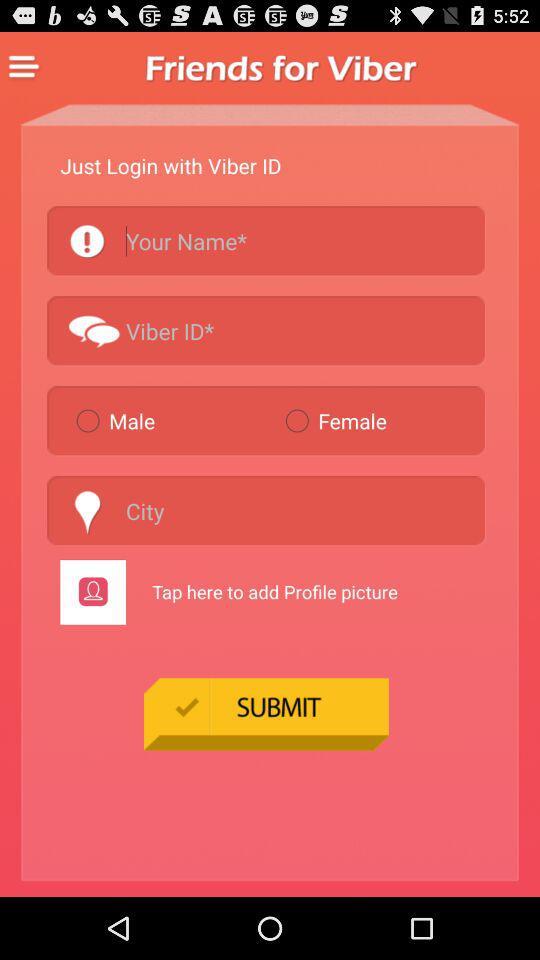 Image resolution: width=540 pixels, height=960 pixels. What do you see at coordinates (171, 419) in the screenshot?
I see `the item to the left of the female item` at bounding box center [171, 419].